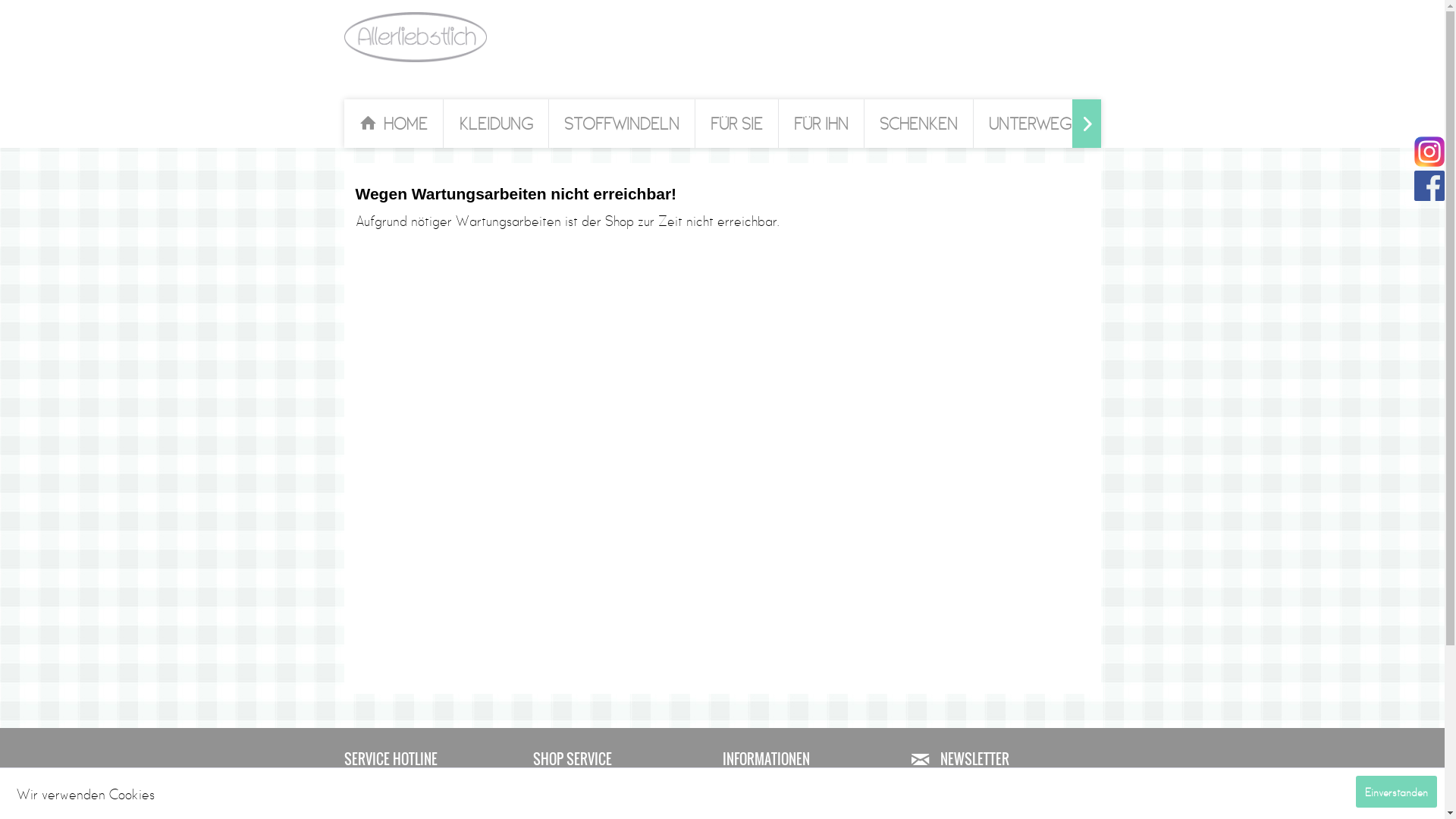  I want to click on 'HOME', so click(393, 122).